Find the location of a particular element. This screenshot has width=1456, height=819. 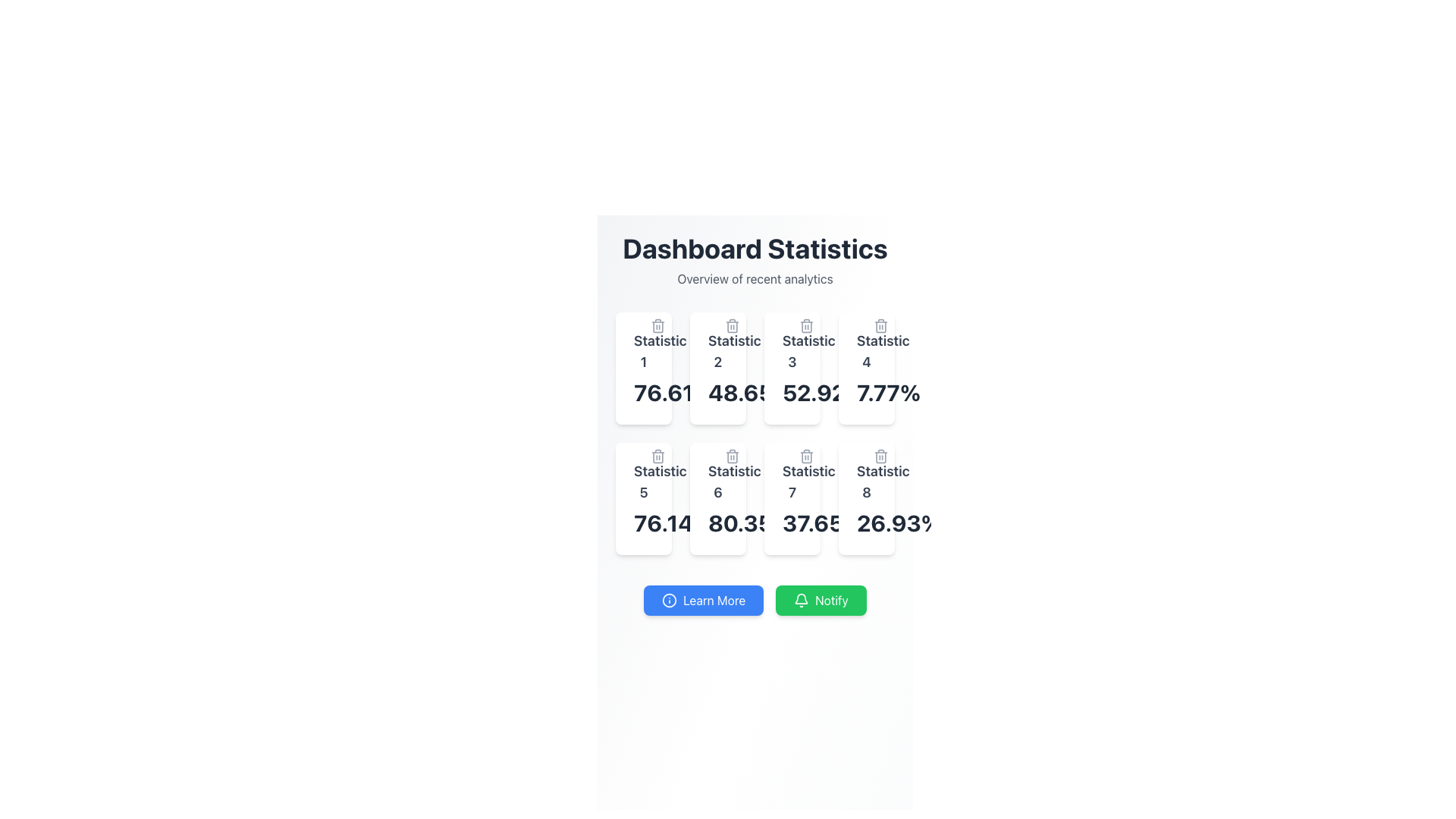

the Delete Icon, a small trash bin icon located at the top-right corner of the first statistical card labeled 'Statistic 1' in the grid under 'Dashboard Statistics' is located at coordinates (658, 325).